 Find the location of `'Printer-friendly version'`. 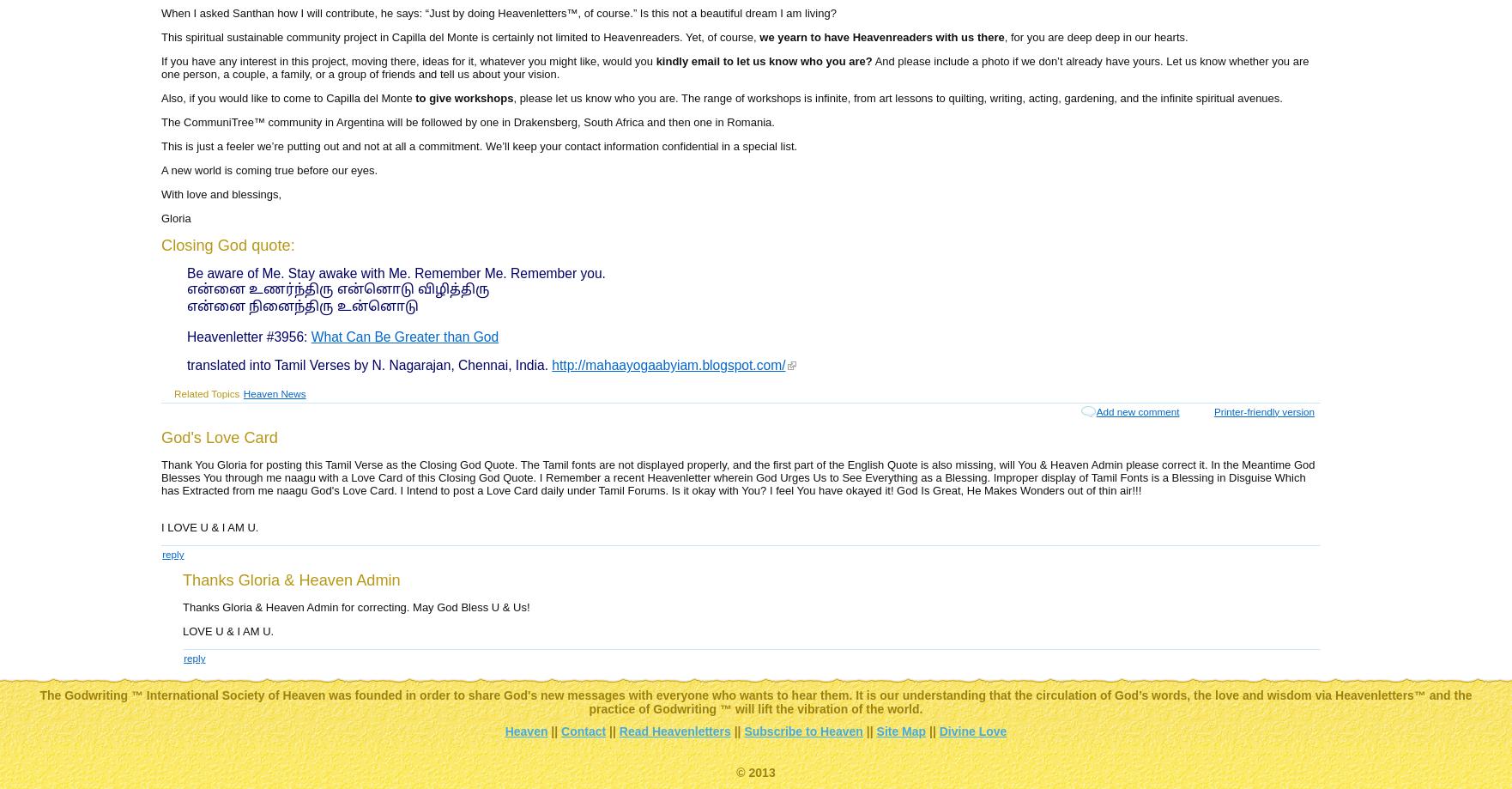

'Printer-friendly version' is located at coordinates (1263, 410).